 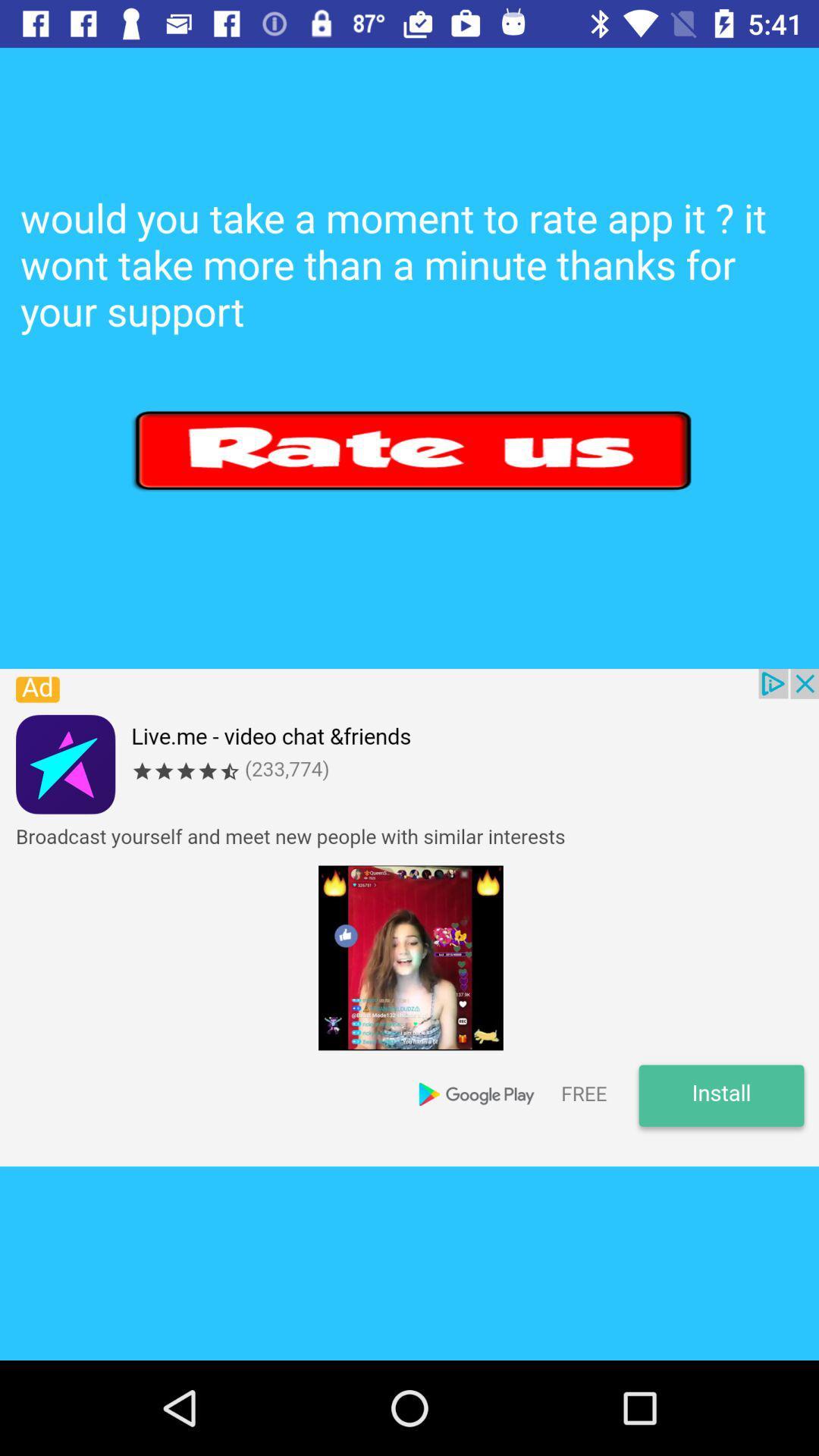 What do you see at coordinates (415, 449) in the screenshot?
I see `rate` at bounding box center [415, 449].